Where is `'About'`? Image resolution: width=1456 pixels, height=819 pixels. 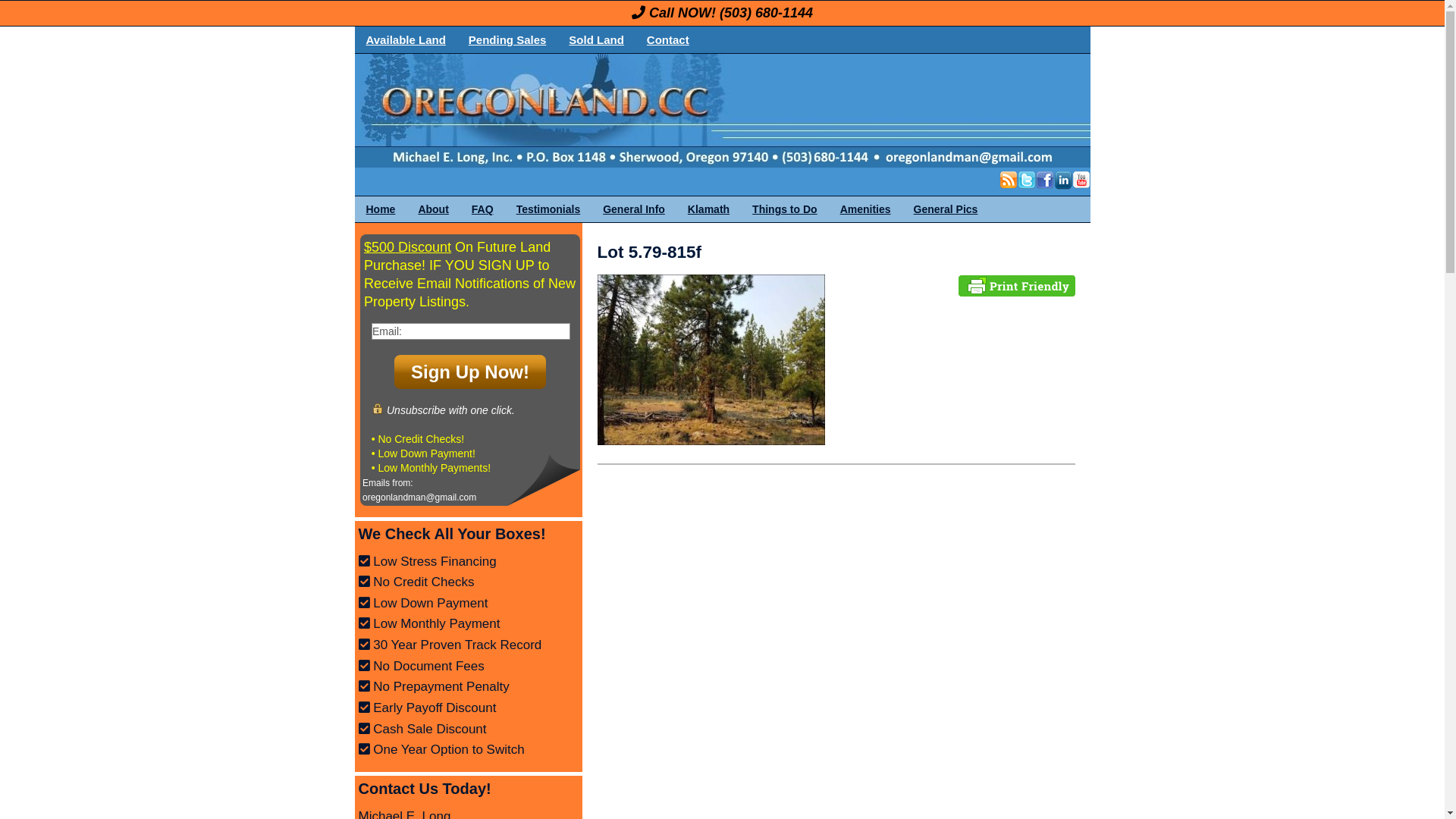
'About' is located at coordinates (432, 209).